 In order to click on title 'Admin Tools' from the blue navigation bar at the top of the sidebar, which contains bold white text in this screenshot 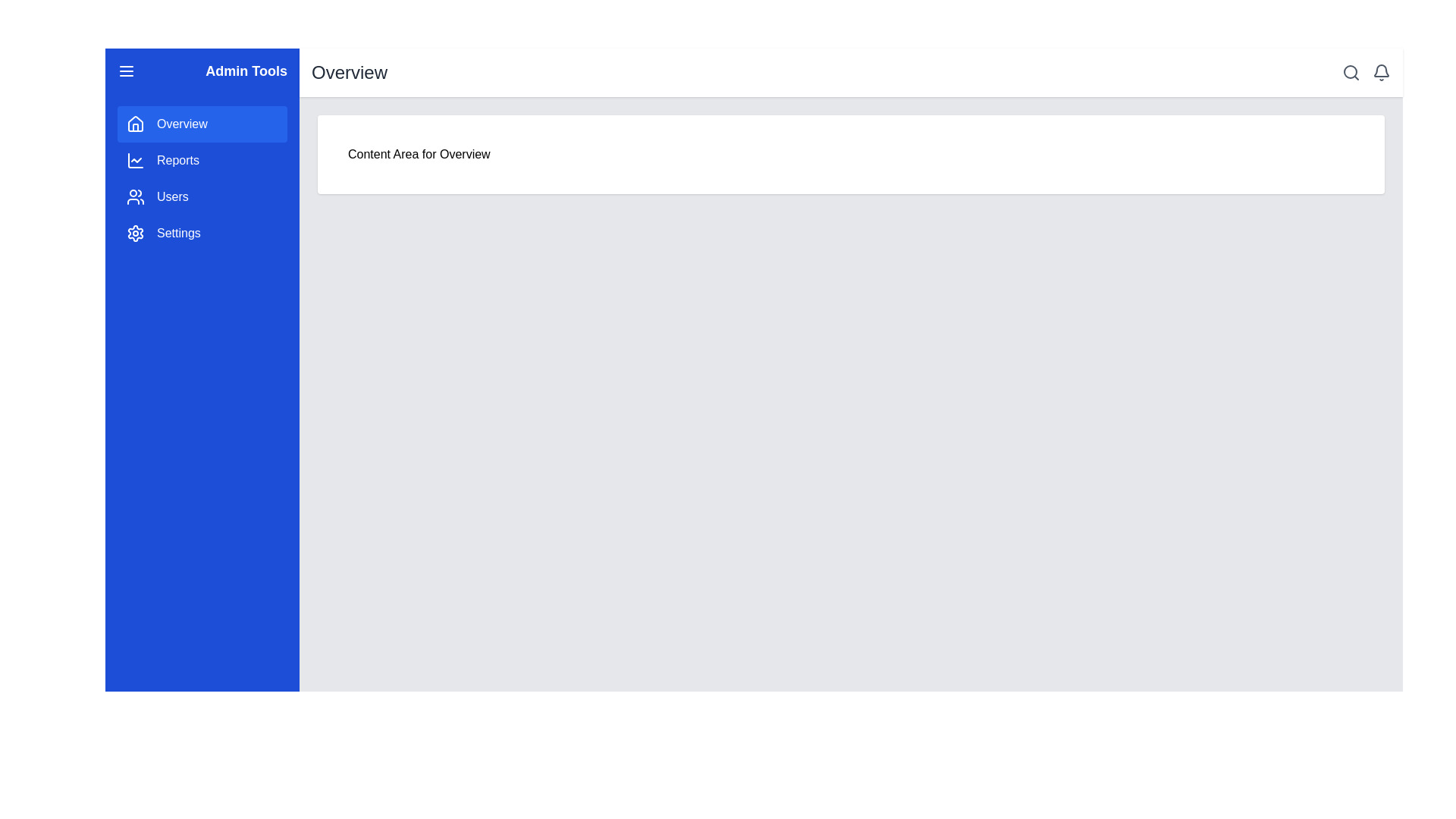, I will do `click(202, 71)`.